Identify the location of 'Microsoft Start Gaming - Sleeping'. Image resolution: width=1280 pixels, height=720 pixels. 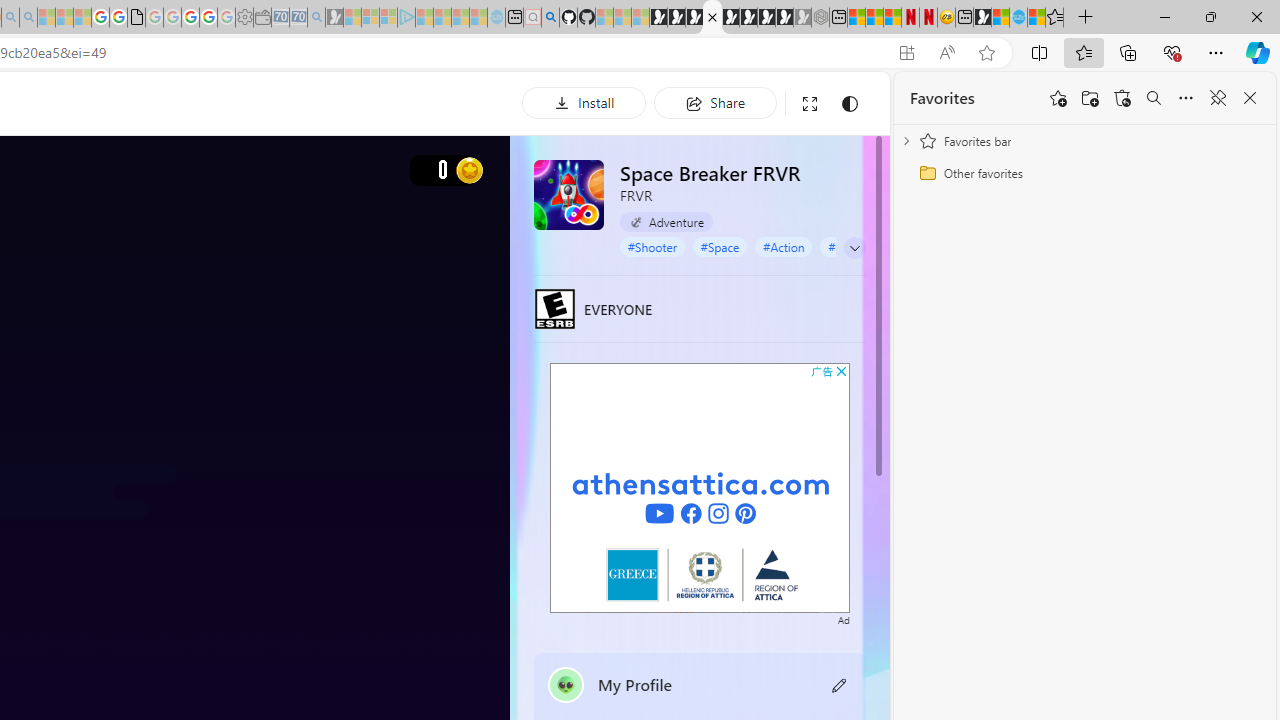
(334, 17).